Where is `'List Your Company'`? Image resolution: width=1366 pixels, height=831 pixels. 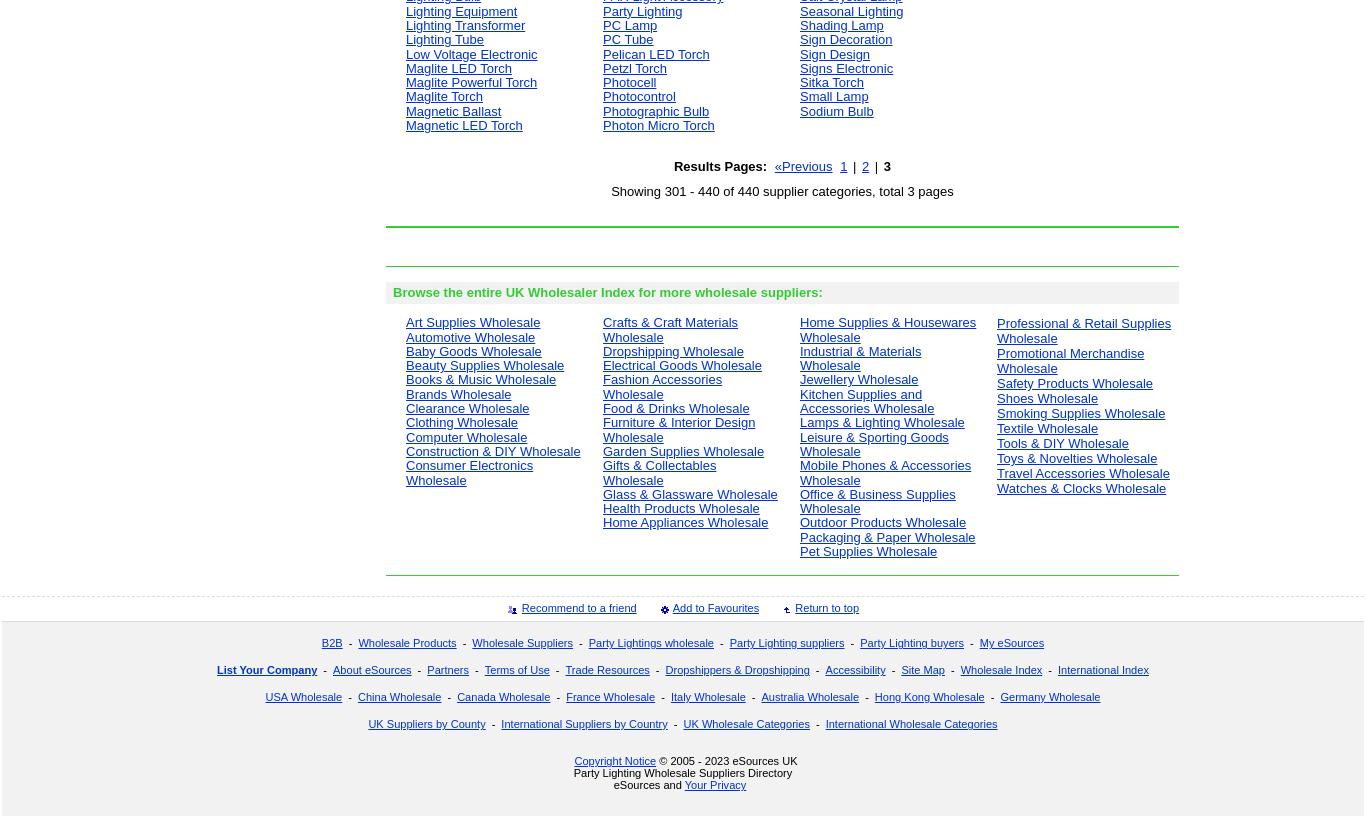 'List Your Company' is located at coordinates (216, 670).